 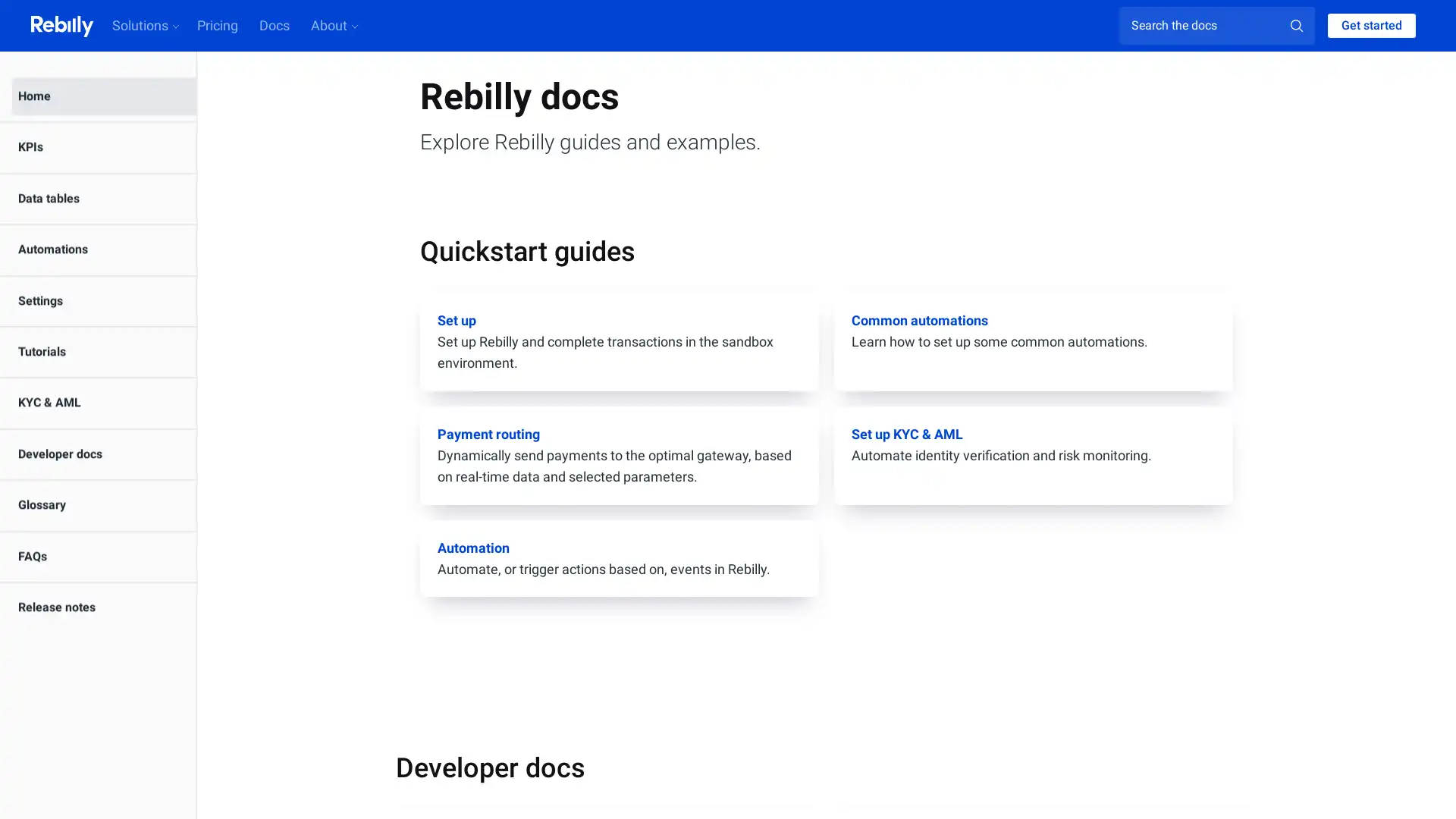 I want to click on Get started, so click(x=1372, y=26).